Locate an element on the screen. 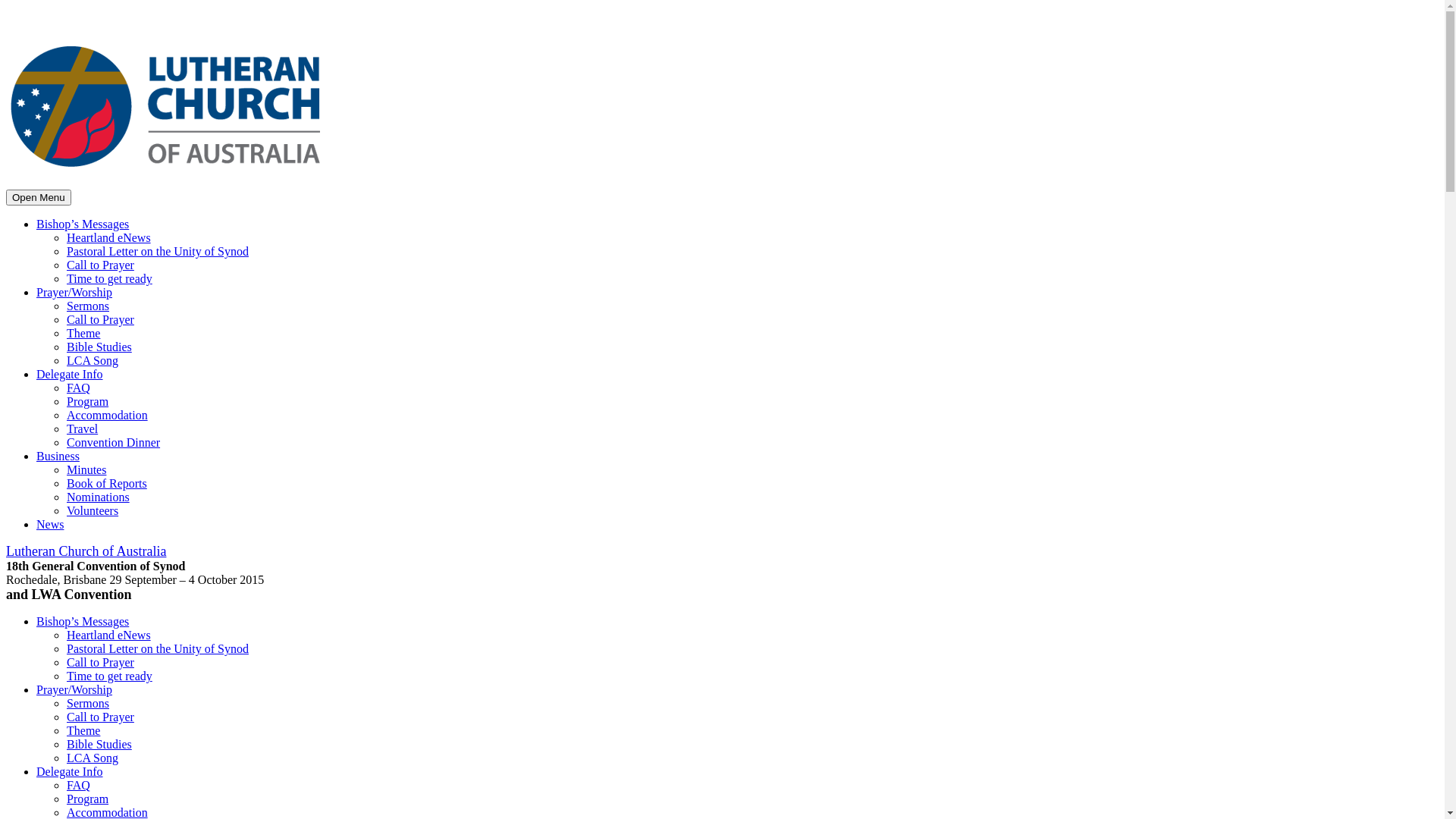 Image resolution: width=1456 pixels, height=819 pixels. 'Sermons' is located at coordinates (86, 703).